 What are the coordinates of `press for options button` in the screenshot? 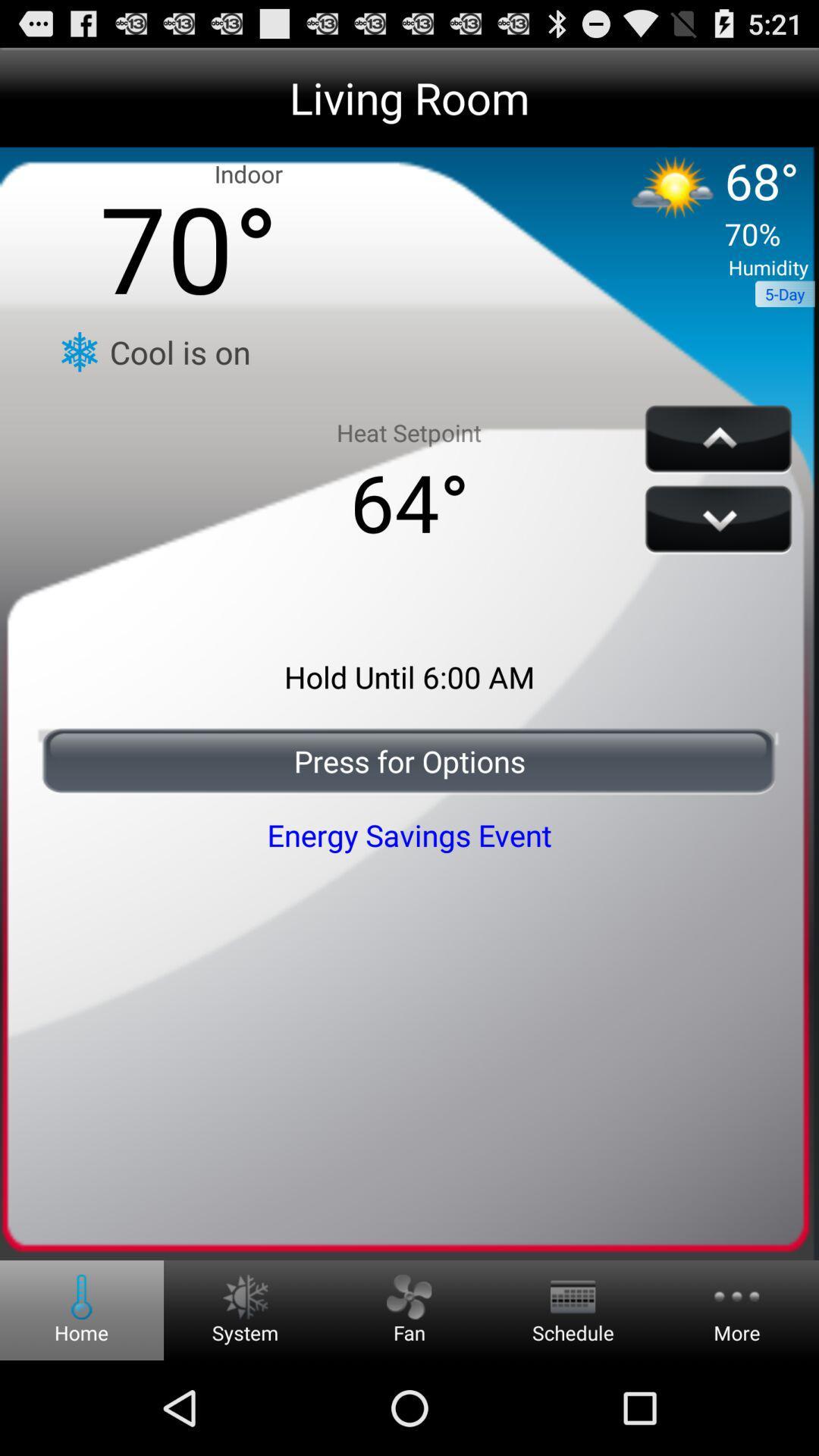 It's located at (409, 761).